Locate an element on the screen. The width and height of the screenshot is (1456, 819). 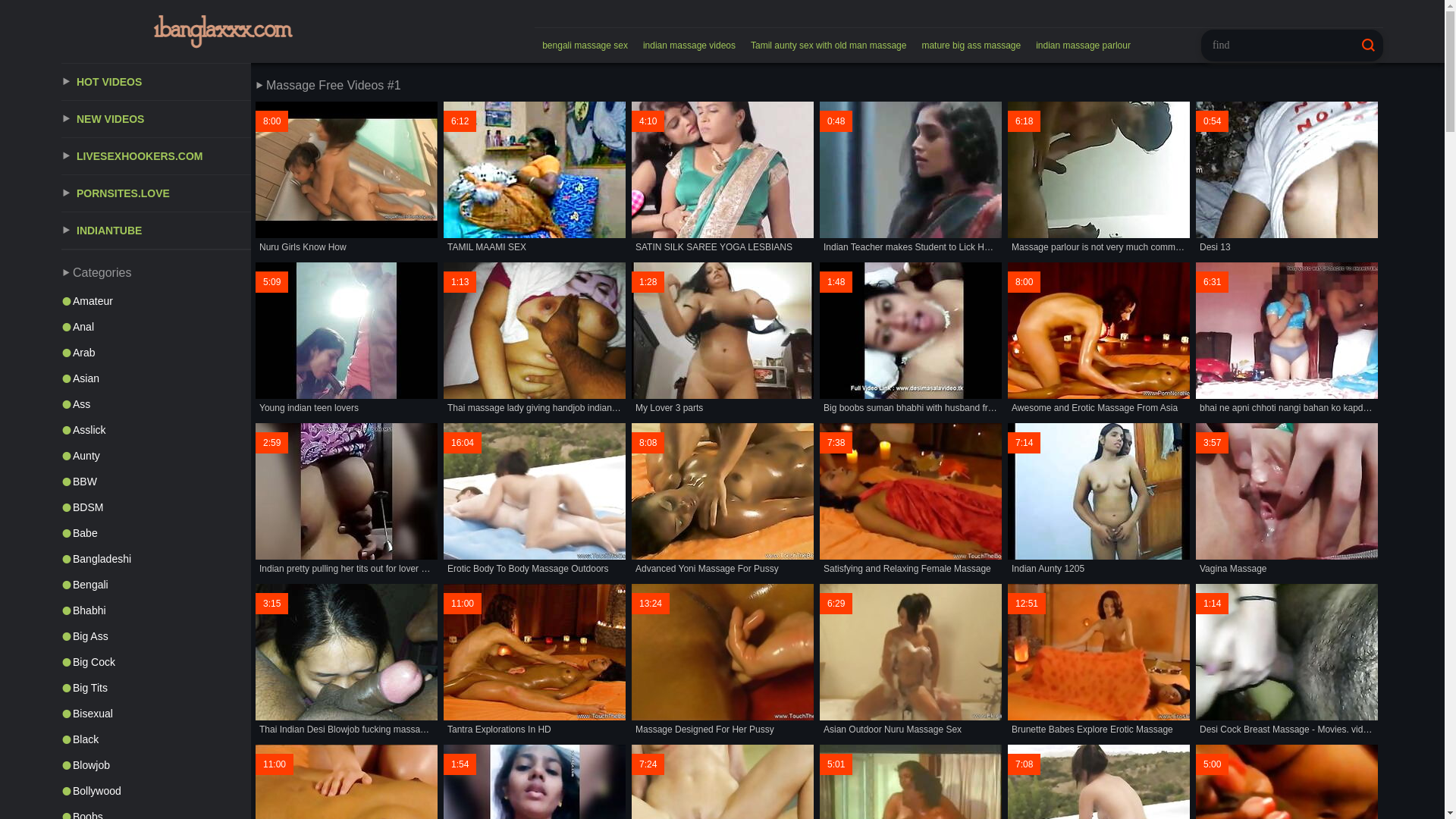
'8:00 is located at coordinates (345, 177).